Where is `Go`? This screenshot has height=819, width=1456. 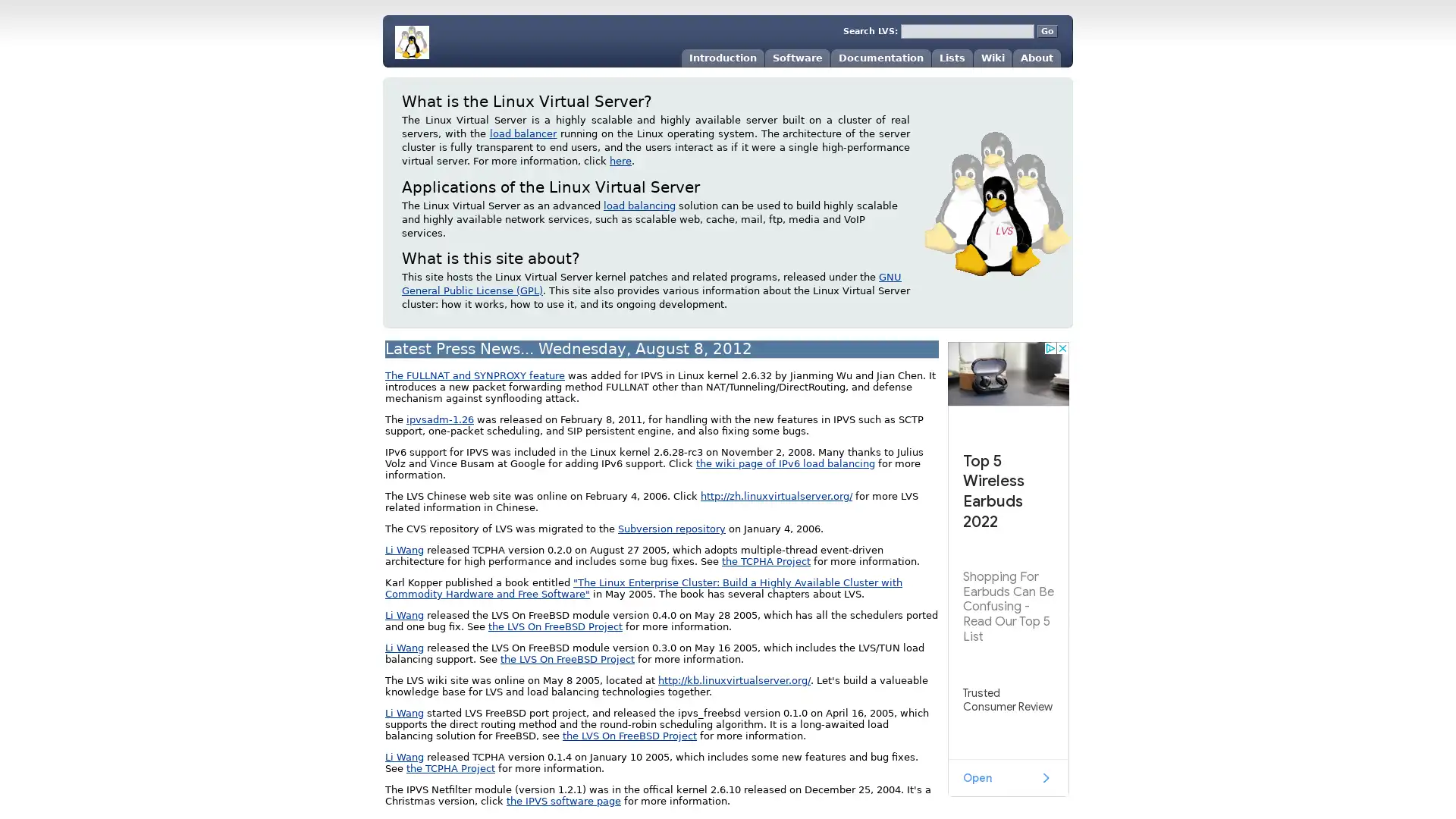
Go is located at coordinates (1046, 31).